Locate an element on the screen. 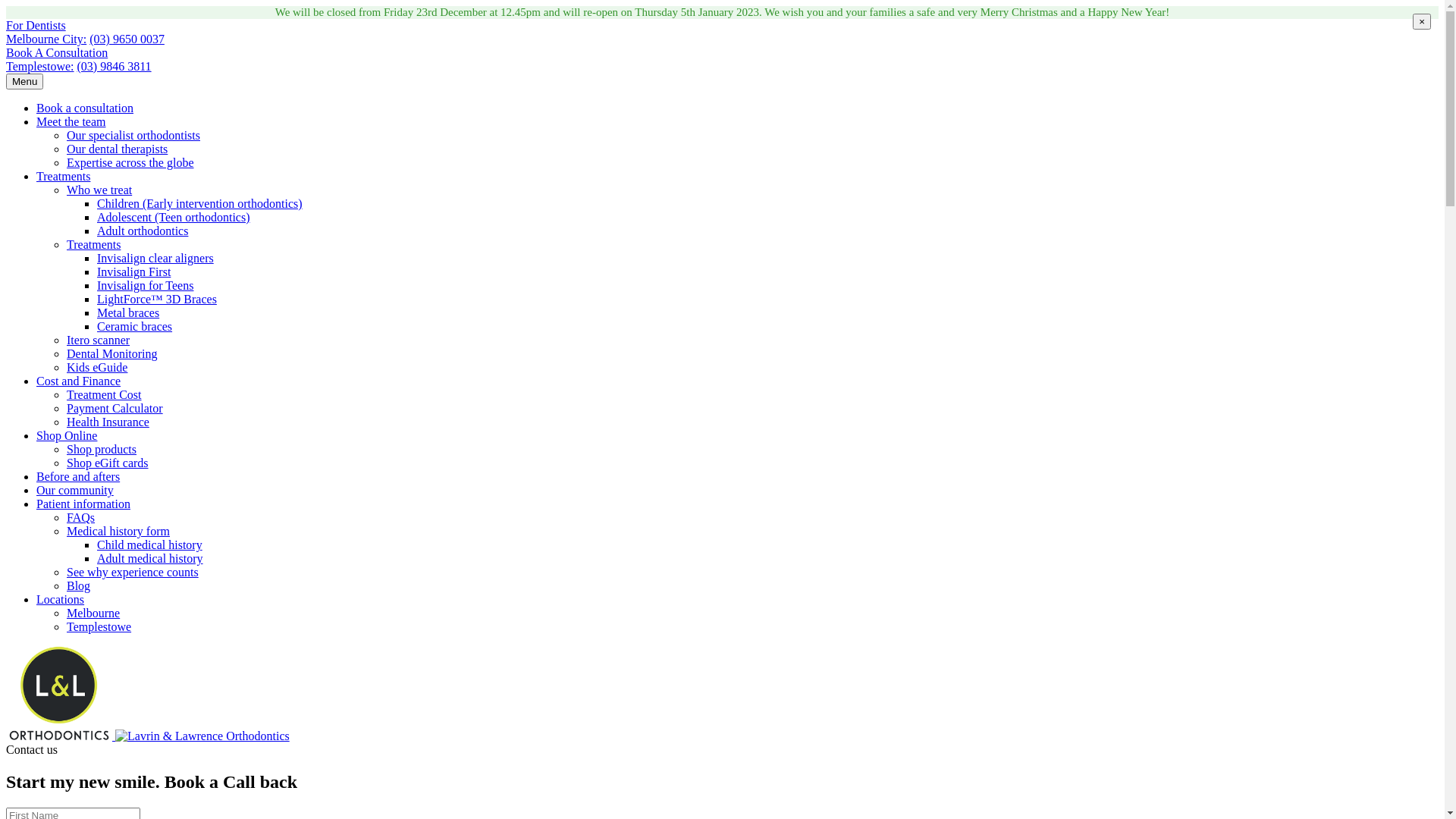  'Kids eGuide' is located at coordinates (96, 367).